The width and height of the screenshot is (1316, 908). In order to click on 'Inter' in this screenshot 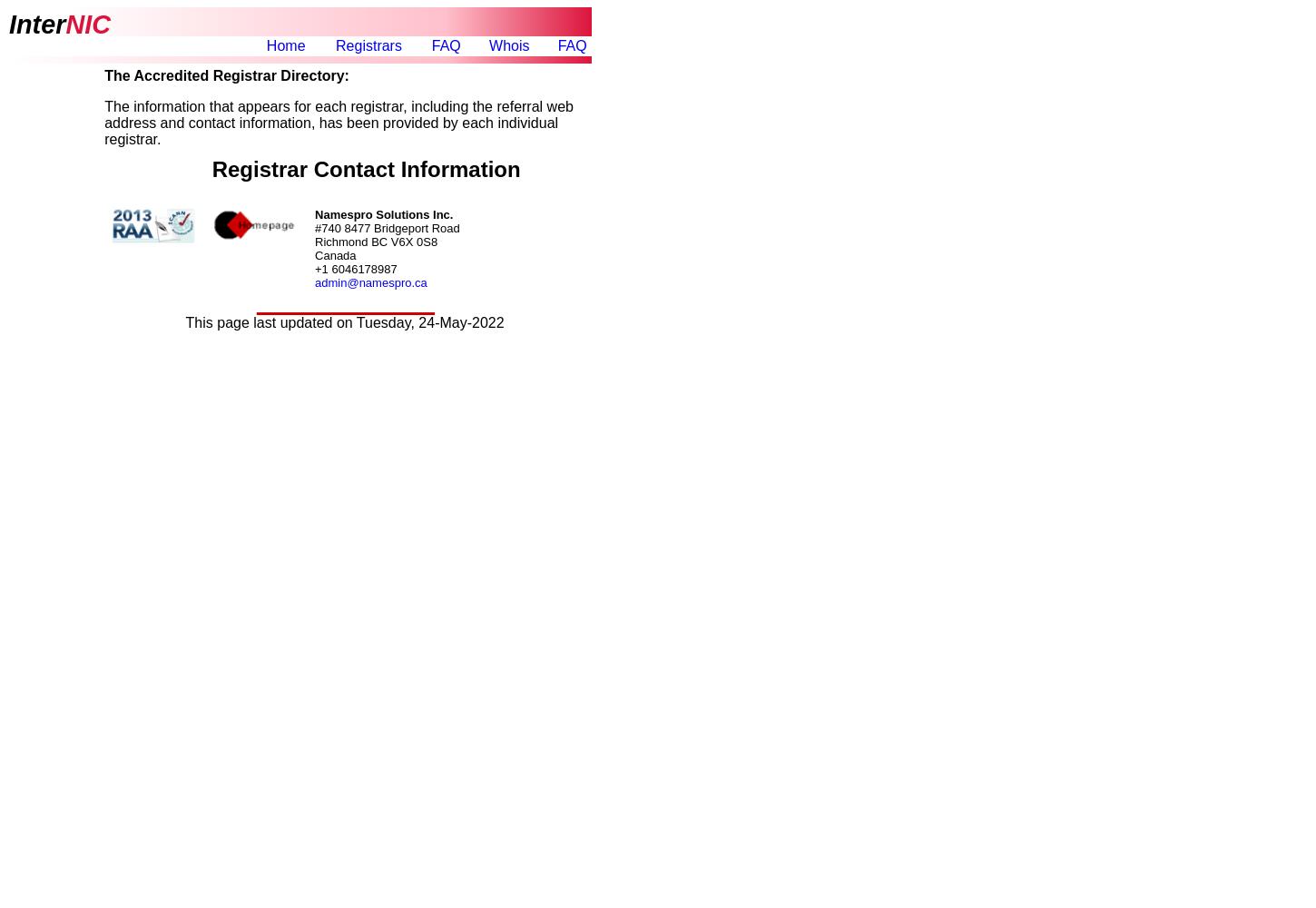, I will do `click(37, 24)`.